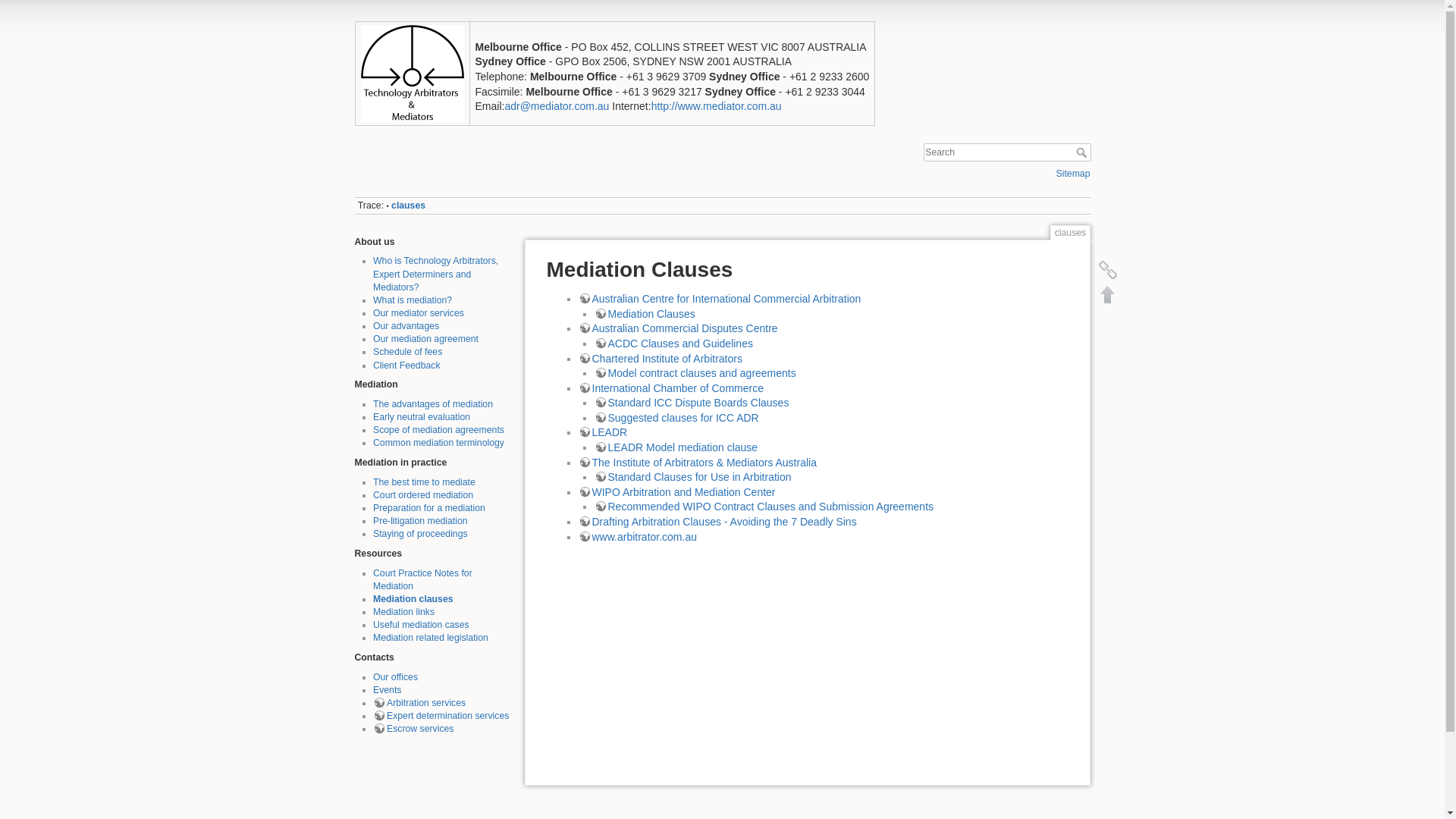 The height and width of the screenshot is (819, 1456). What do you see at coordinates (1007, 152) in the screenshot?
I see `'[F]'` at bounding box center [1007, 152].